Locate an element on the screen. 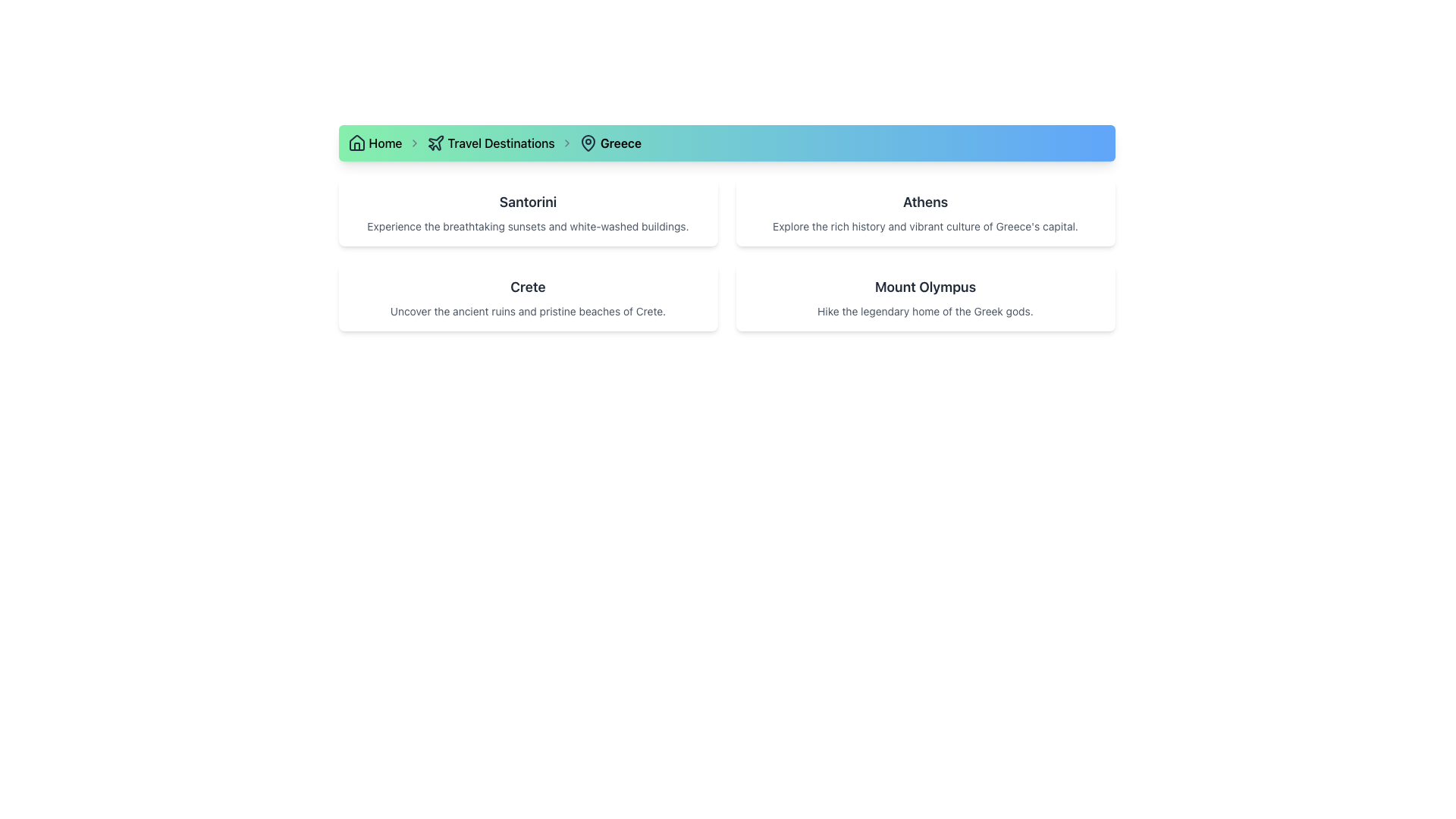 The width and height of the screenshot is (1456, 819). the Card element that serves as a navigational component for 'Athens', located in the top-right quadrant of the layout grid is located at coordinates (924, 213).